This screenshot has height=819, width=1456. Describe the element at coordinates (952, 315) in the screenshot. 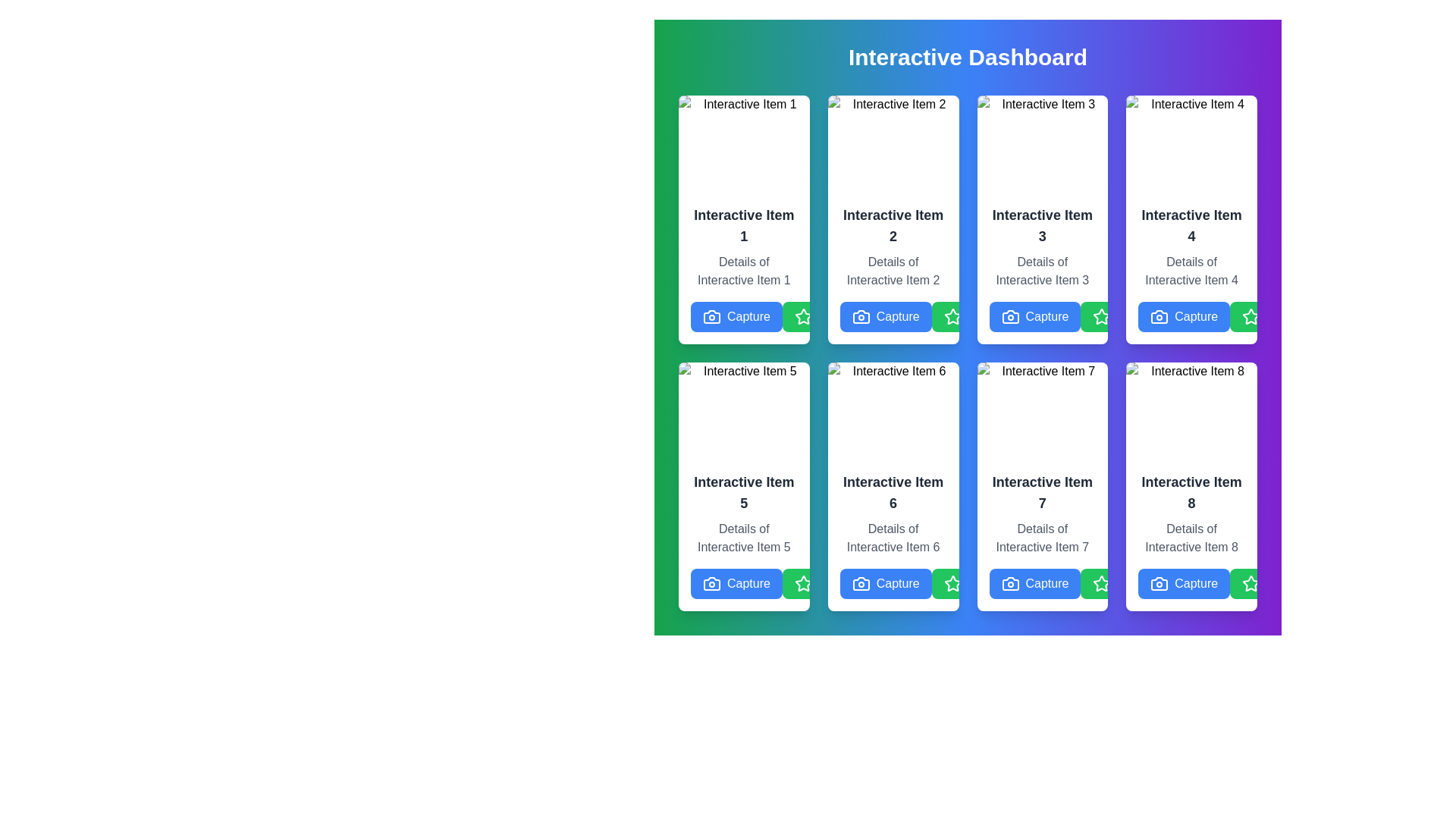

I see `the green star toggle button icon located in the lower-right corner of the second card in the top row` at that location.